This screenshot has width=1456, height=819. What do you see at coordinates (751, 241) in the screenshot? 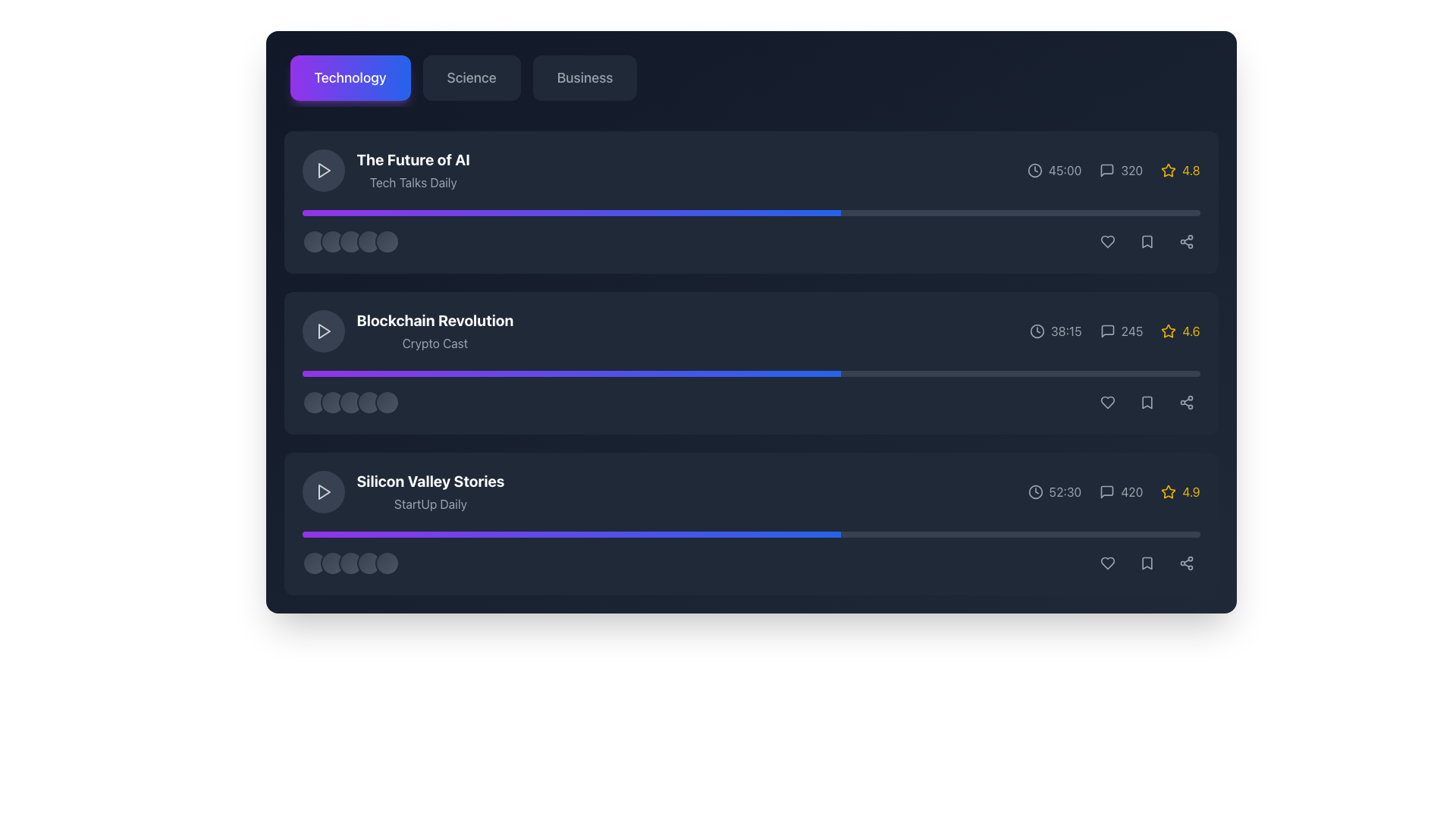
I see `the circles on the left end of the interactive horizontal bar` at bounding box center [751, 241].